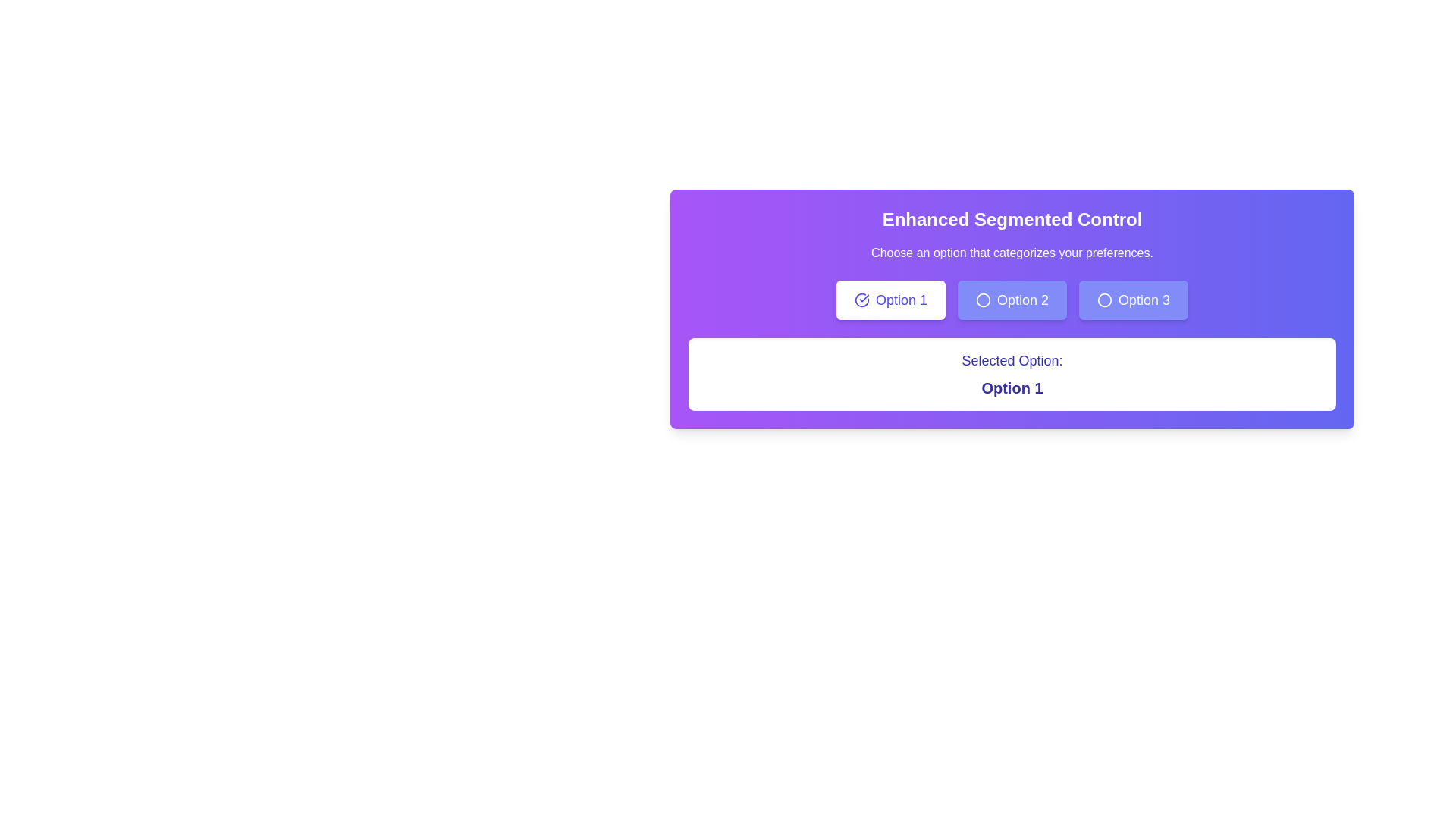 This screenshot has width=1456, height=819. What do you see at coordinates (861, 300) in the screenshot?
I see `the selected state indicator icon located to the left of the text label 'Option 1' in the first option button of the segmented control group` at bounding box center [861, 300].